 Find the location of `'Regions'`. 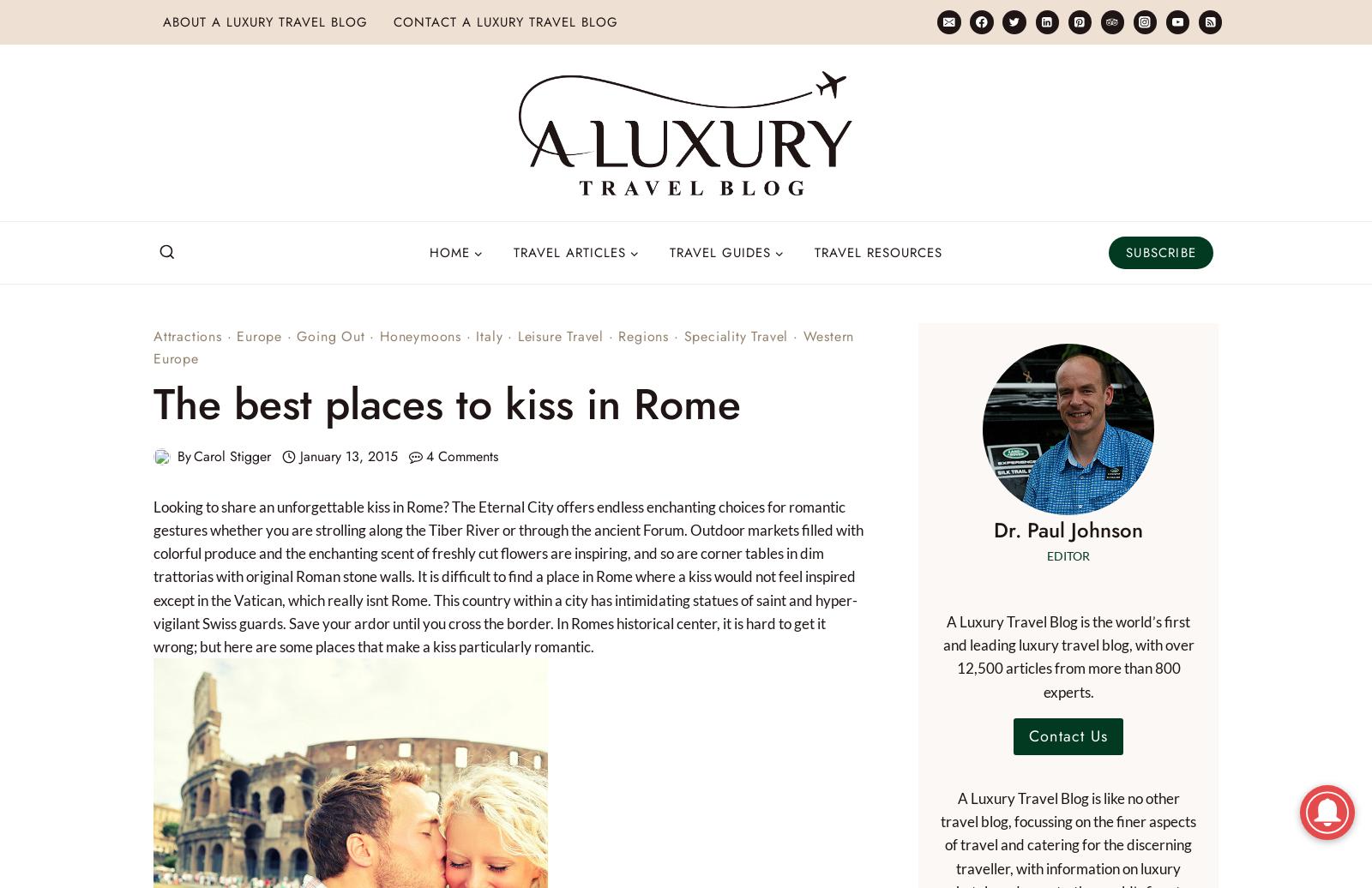

'Regions' is located at coordinates (643, 336).